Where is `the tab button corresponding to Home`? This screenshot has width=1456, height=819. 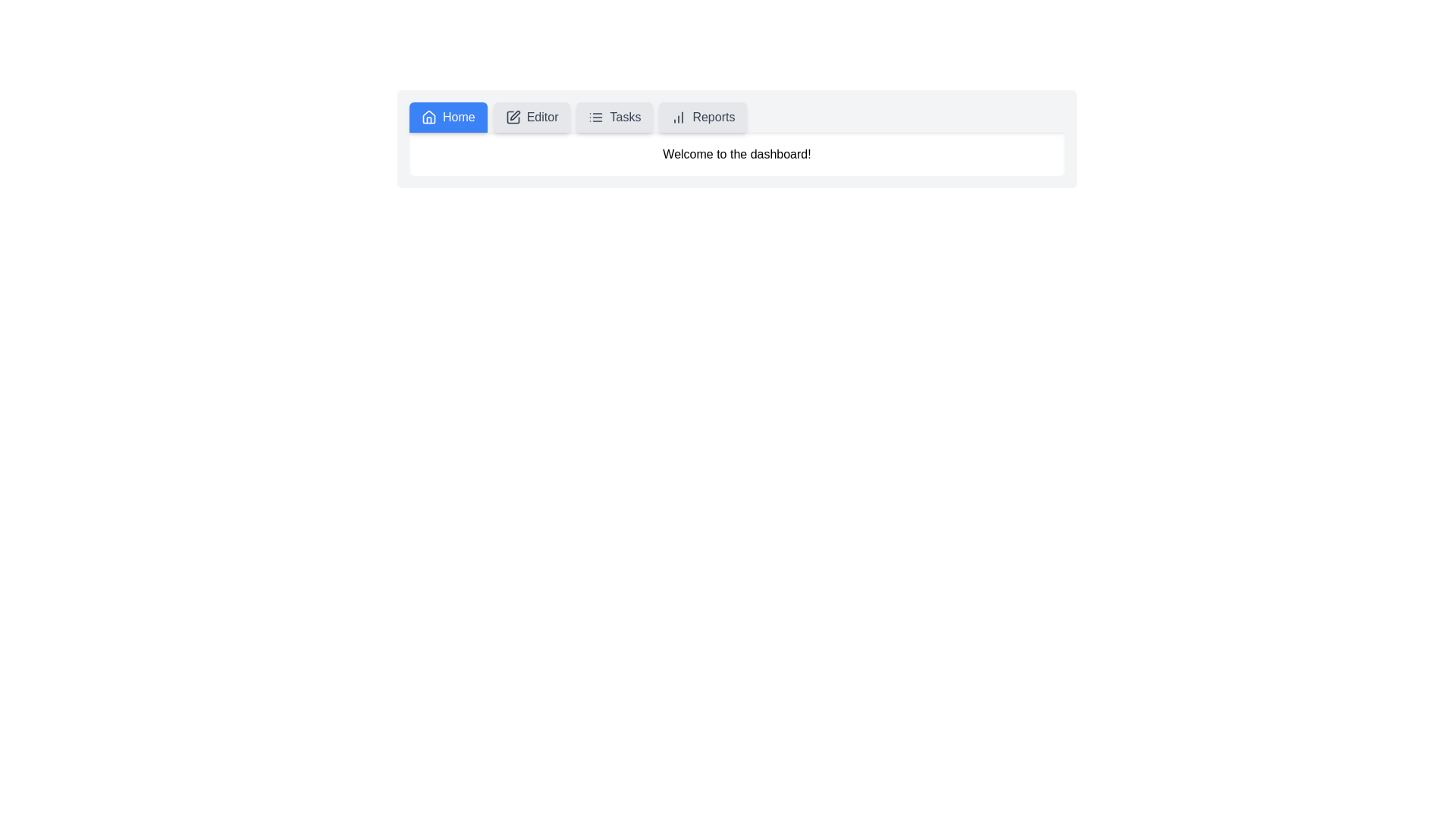 the tab button corresponding to Home is located at coordinates (447, 116).